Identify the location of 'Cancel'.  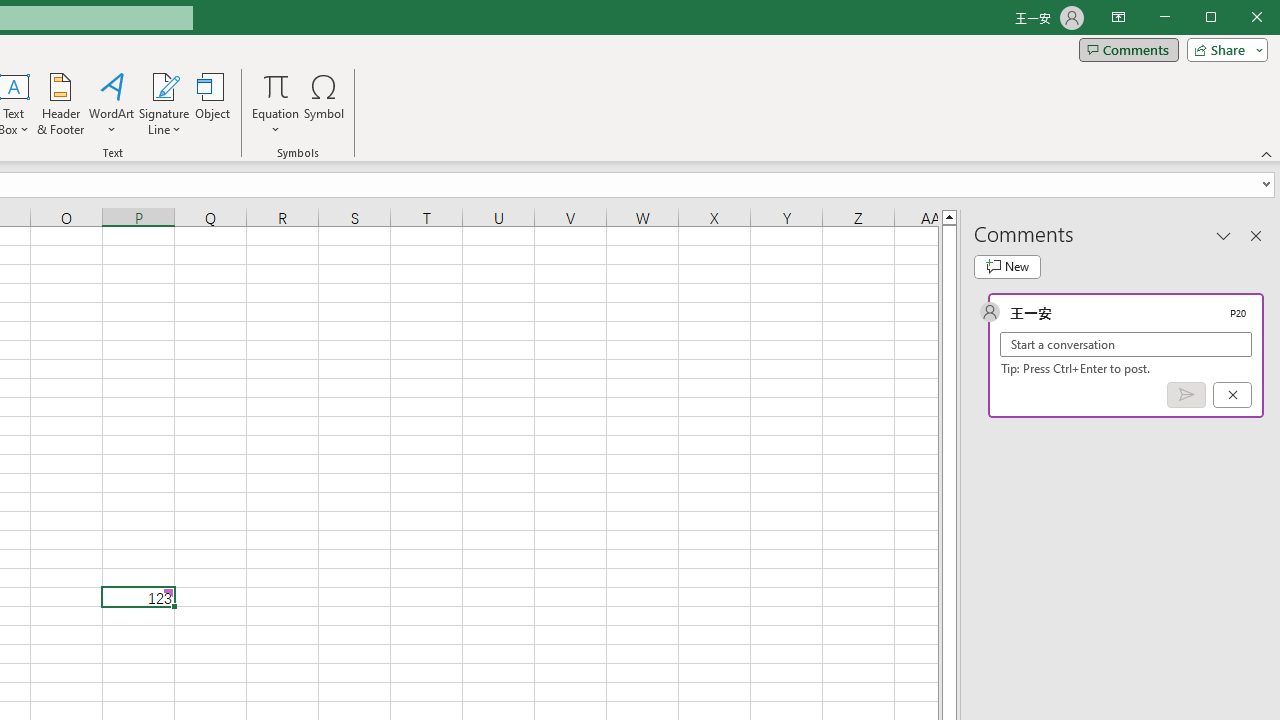
(1231, 395).